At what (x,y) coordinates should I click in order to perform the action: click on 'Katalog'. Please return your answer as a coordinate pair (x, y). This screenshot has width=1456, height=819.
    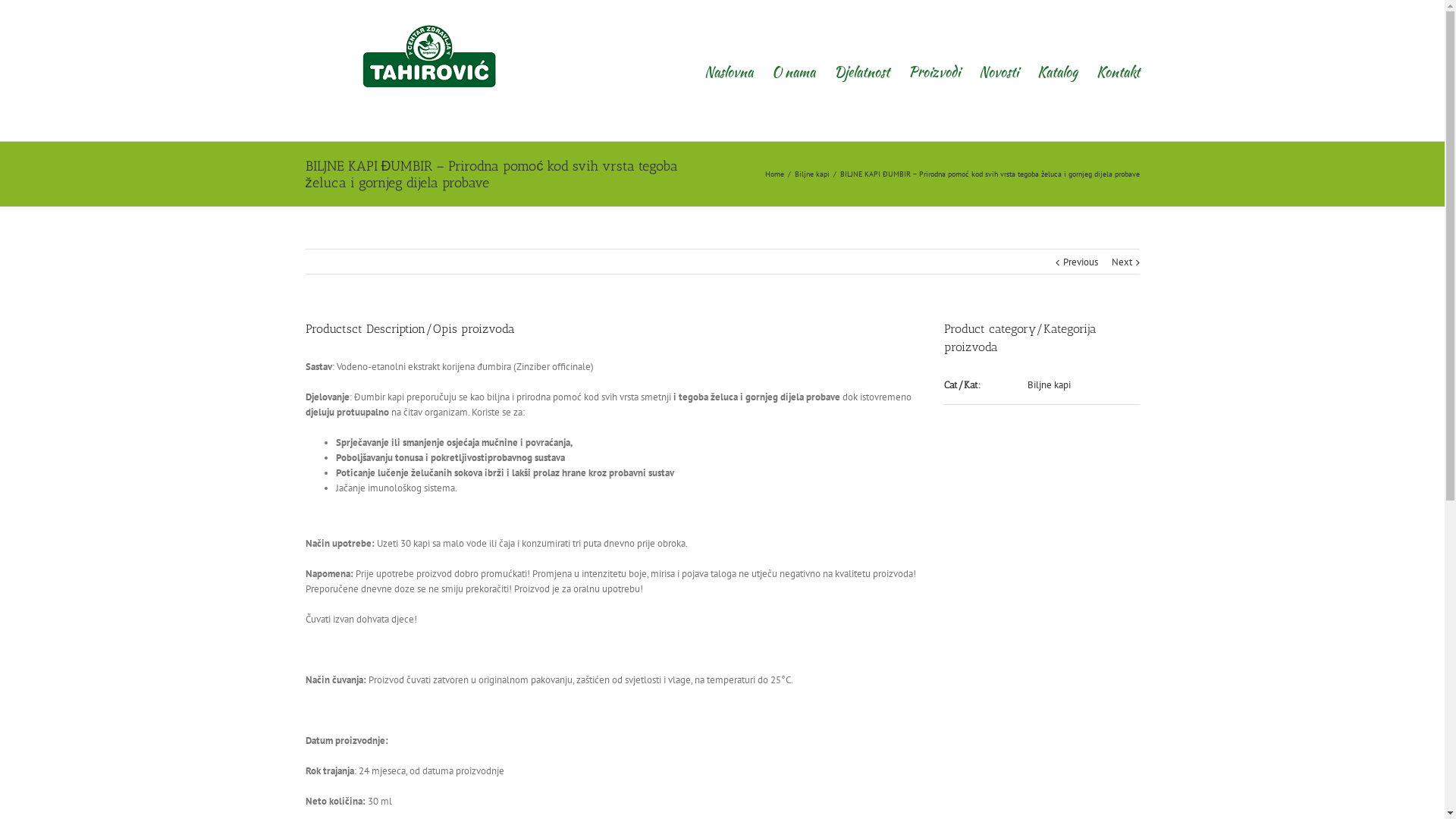
    Looking at the image, I should click on (1056, 70).